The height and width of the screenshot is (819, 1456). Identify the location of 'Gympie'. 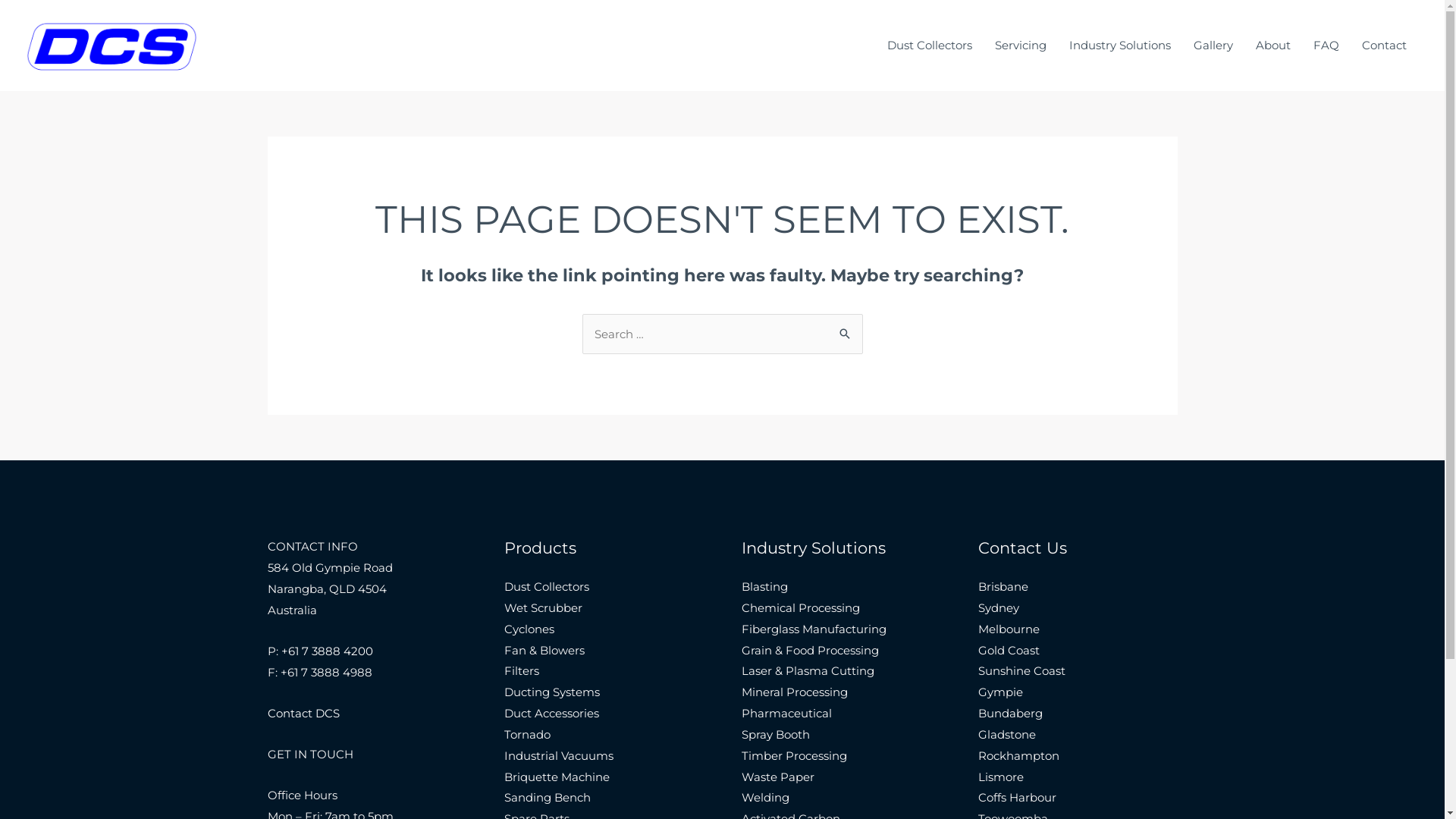
(1000, 692).